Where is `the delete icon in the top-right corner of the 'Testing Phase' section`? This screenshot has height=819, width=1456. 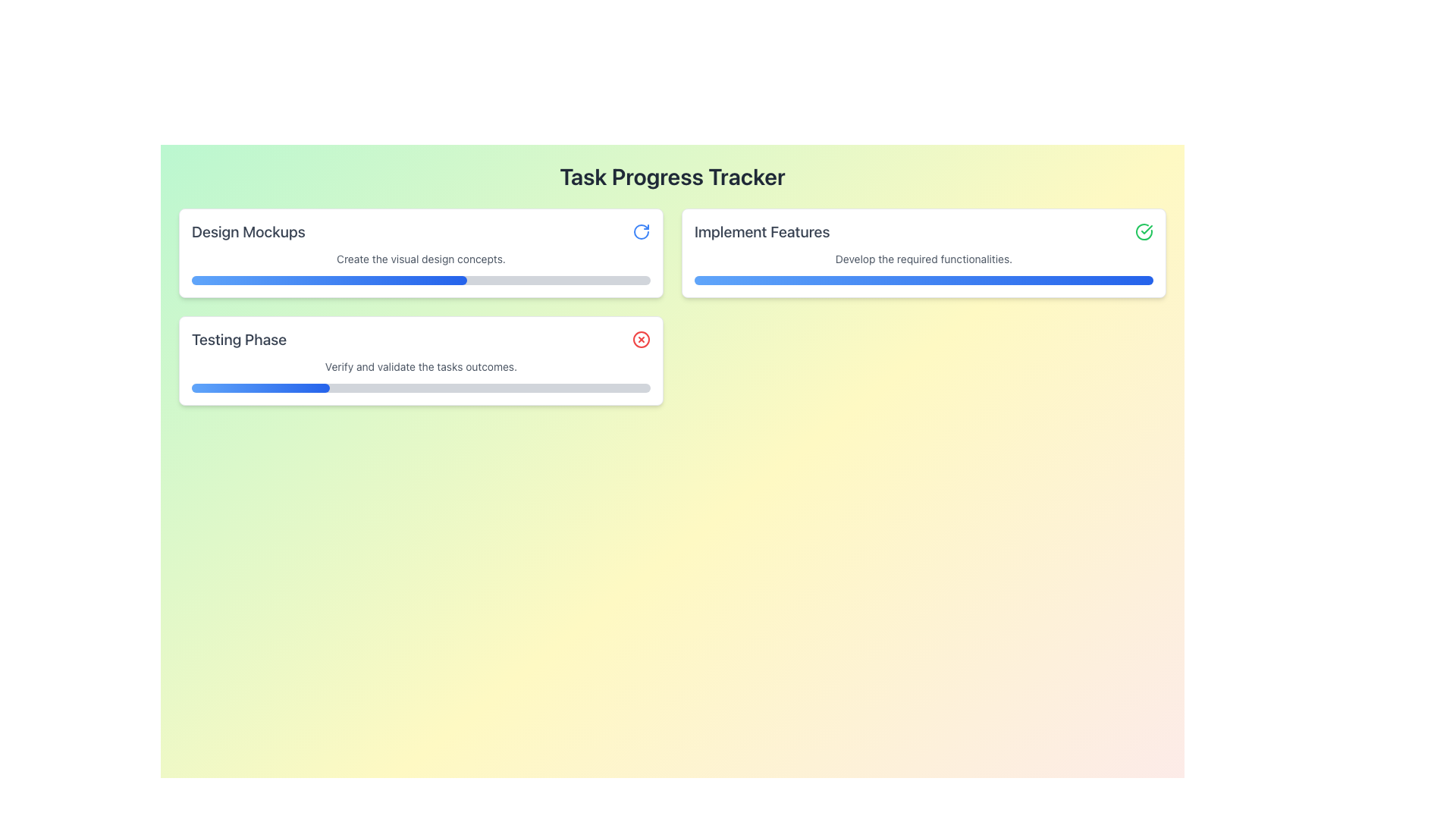
the delete icon in the top-right corner of the 'Testing Phase' section is located at coordinates (641, 338).